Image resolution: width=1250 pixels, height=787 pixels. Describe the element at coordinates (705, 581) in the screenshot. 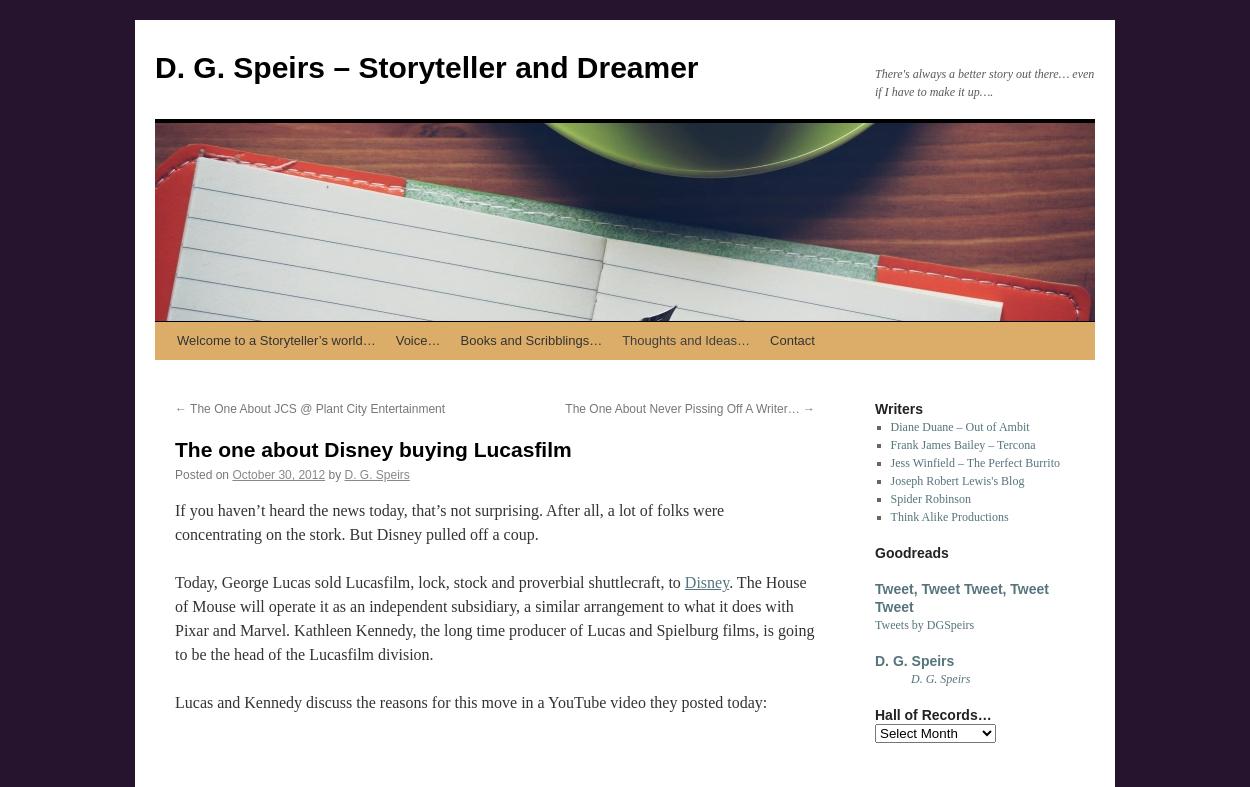

I see `'Disney'` at that location.